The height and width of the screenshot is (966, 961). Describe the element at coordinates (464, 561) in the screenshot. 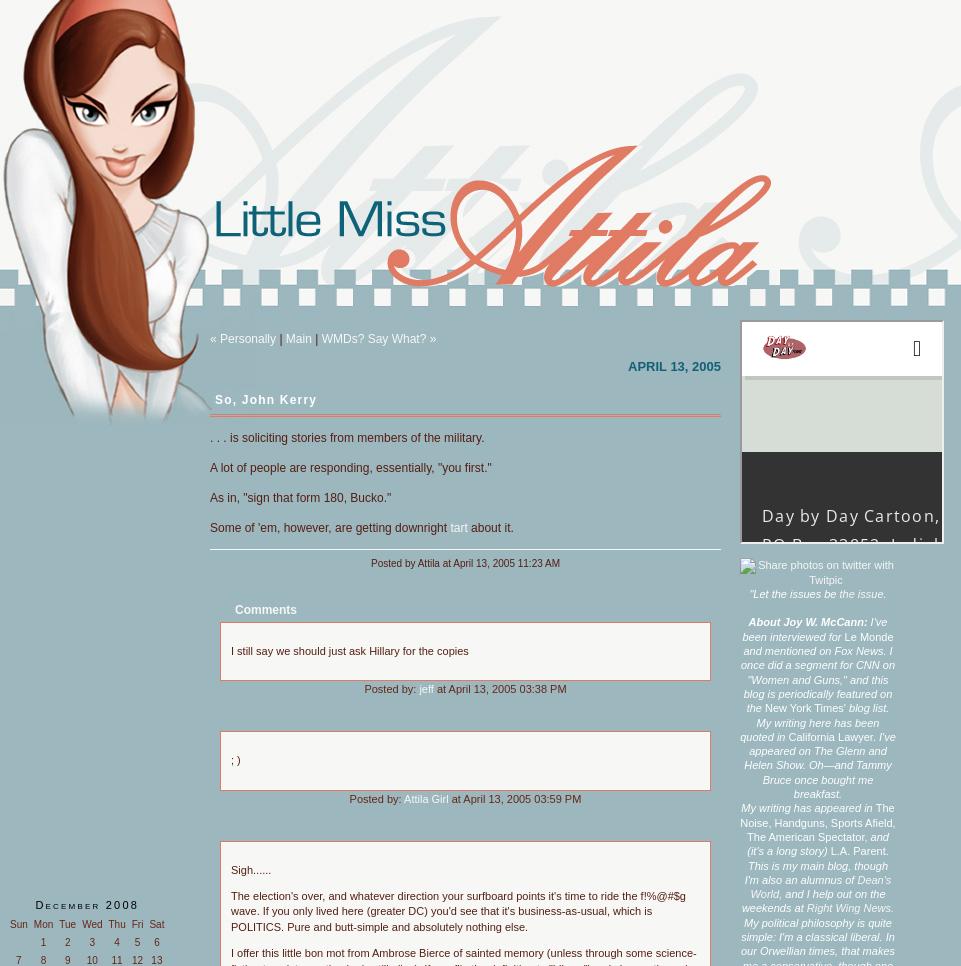

I see `'Posted by Attila at April 13, 2005 11:23 AM'` at that location.